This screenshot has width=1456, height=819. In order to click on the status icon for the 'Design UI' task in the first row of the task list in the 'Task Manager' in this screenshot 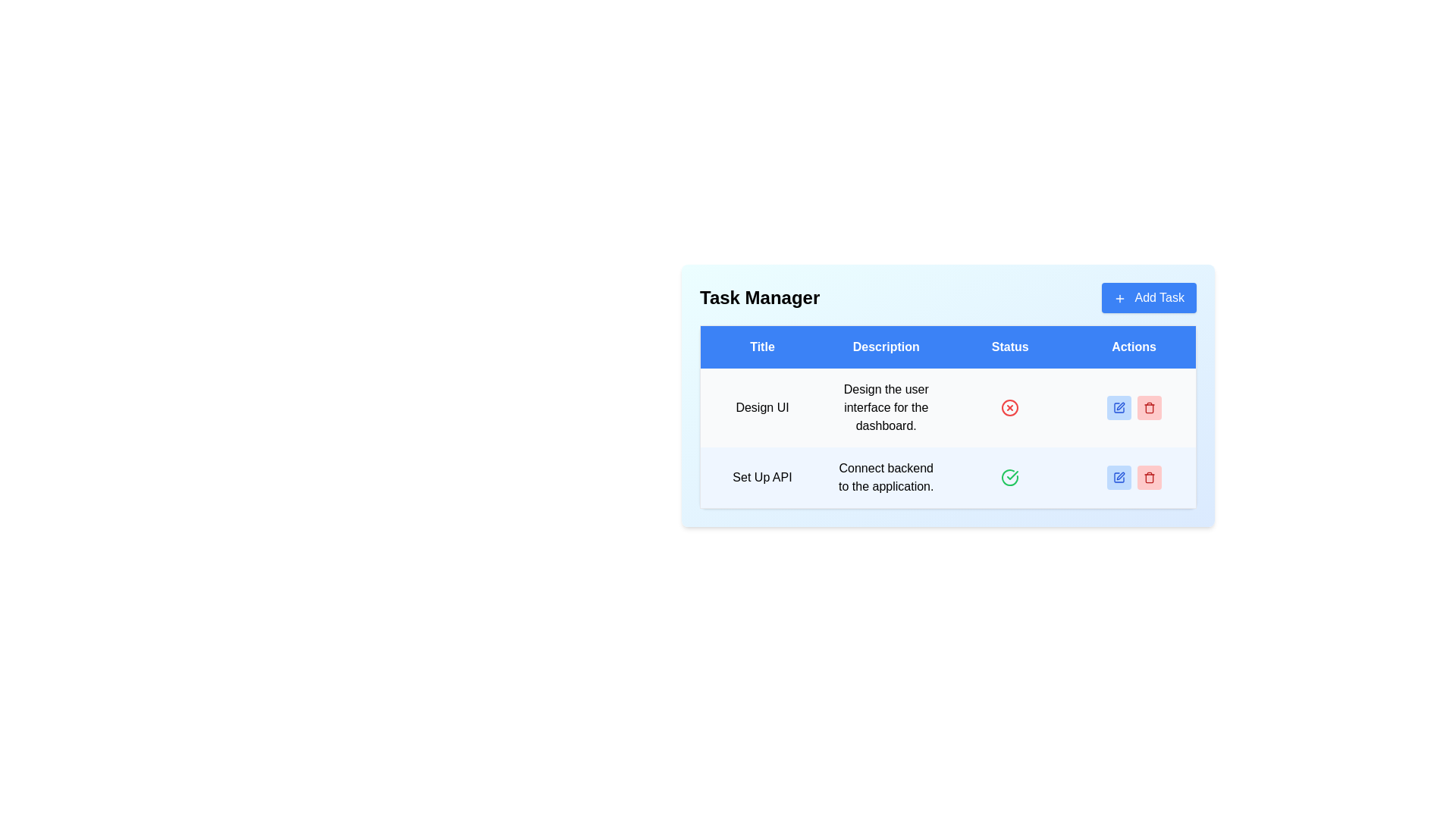, I will do `click(1010, 407)`.